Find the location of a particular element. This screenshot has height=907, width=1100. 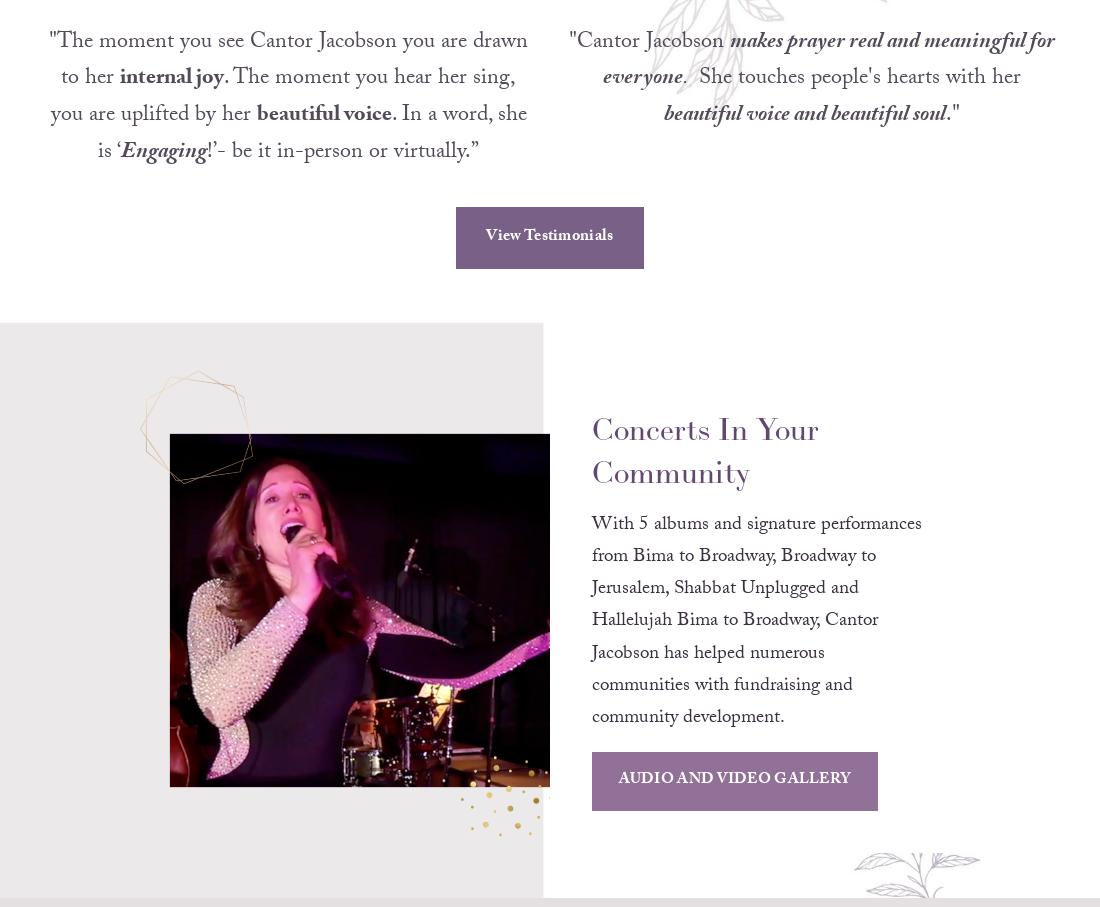

'Engaging' is located at coordinates (121, 178).